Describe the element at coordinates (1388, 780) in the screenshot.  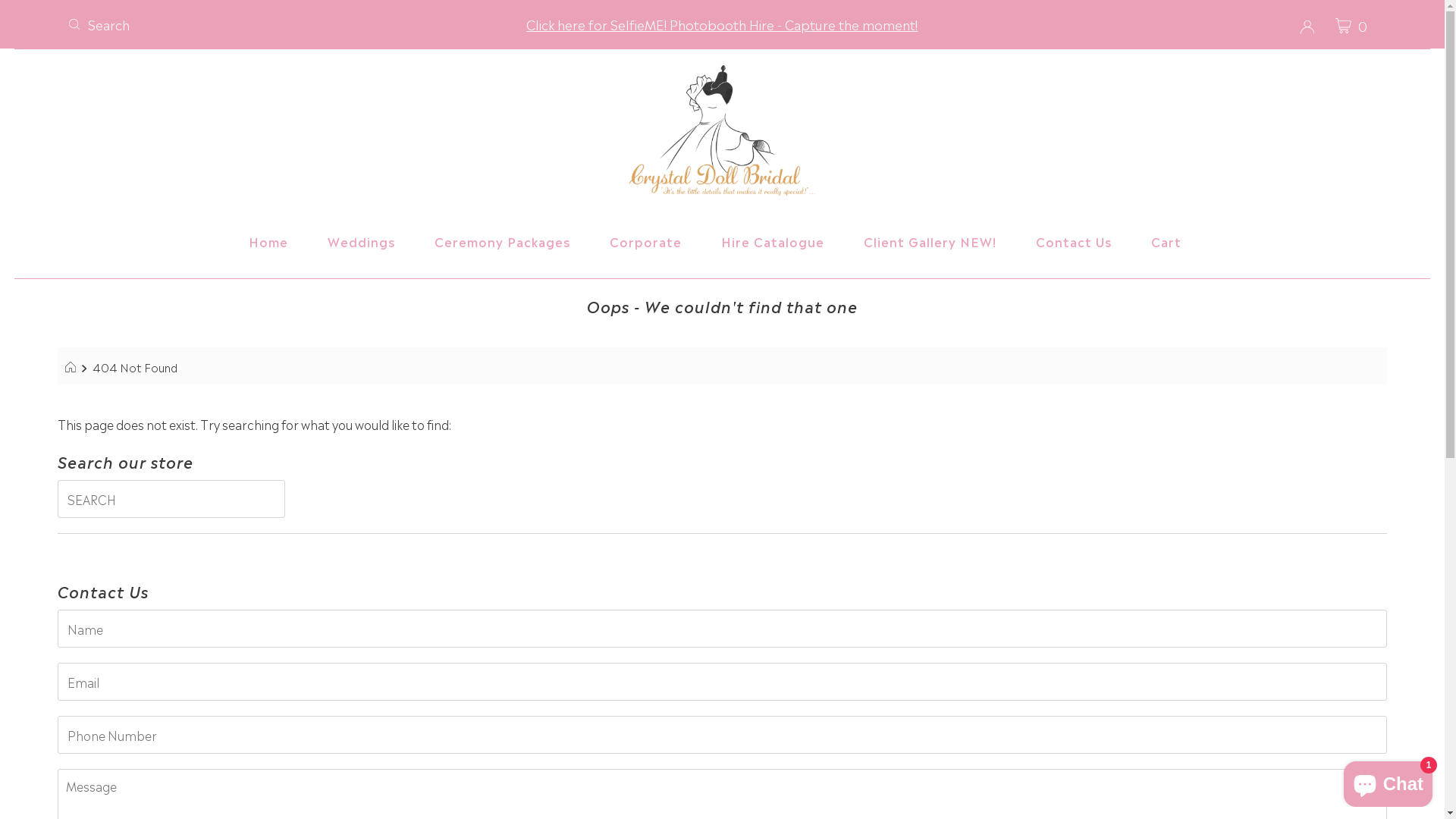
I see `'Shopify online store chat'` at that location.